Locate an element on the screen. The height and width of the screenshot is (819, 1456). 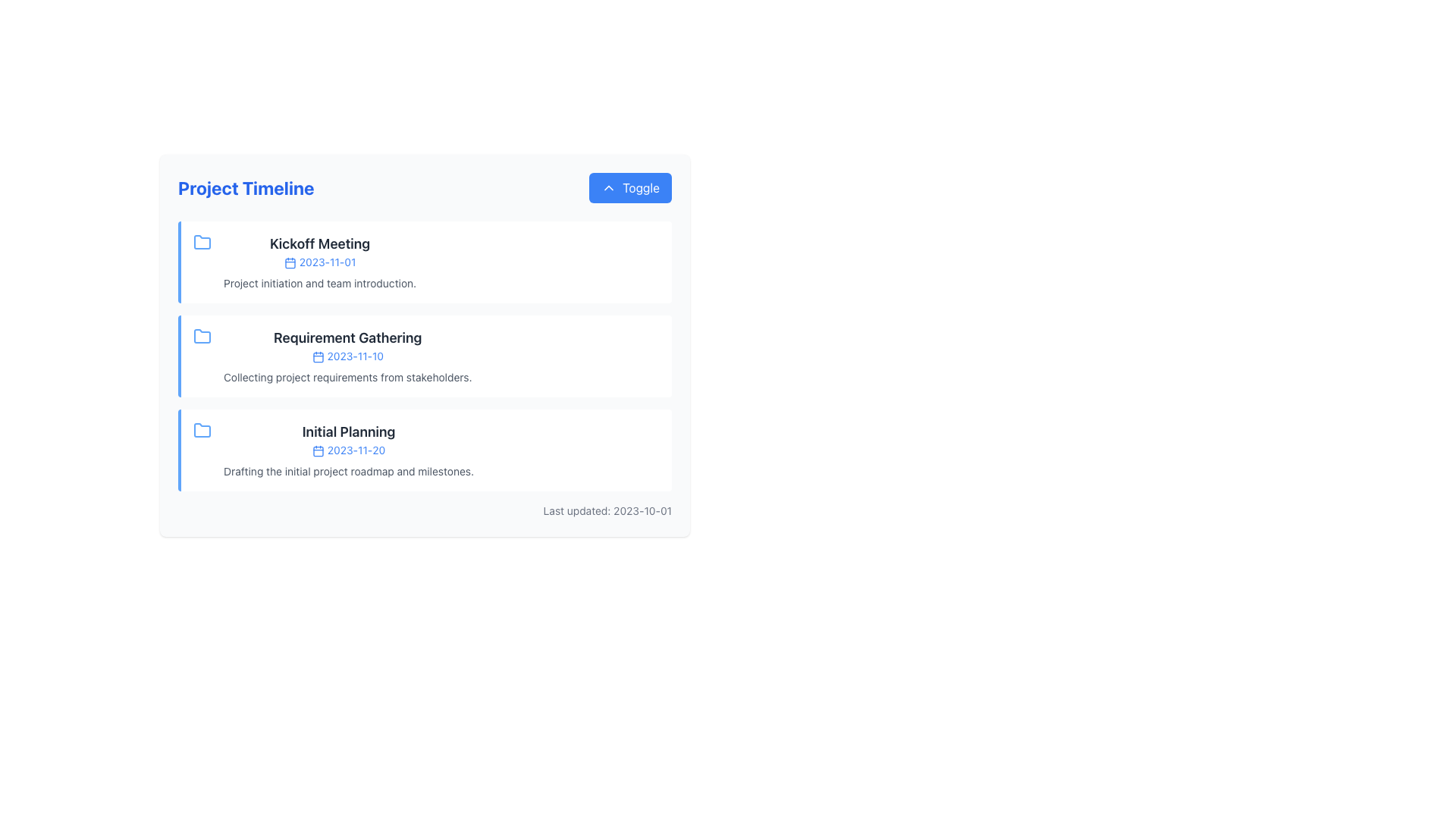
the calendar icon which is part of the timeline interface, located to the left of the '2023-11-01' text and associated with the 'Kickoff Meeting' entry is located at coordinates (290, 262).